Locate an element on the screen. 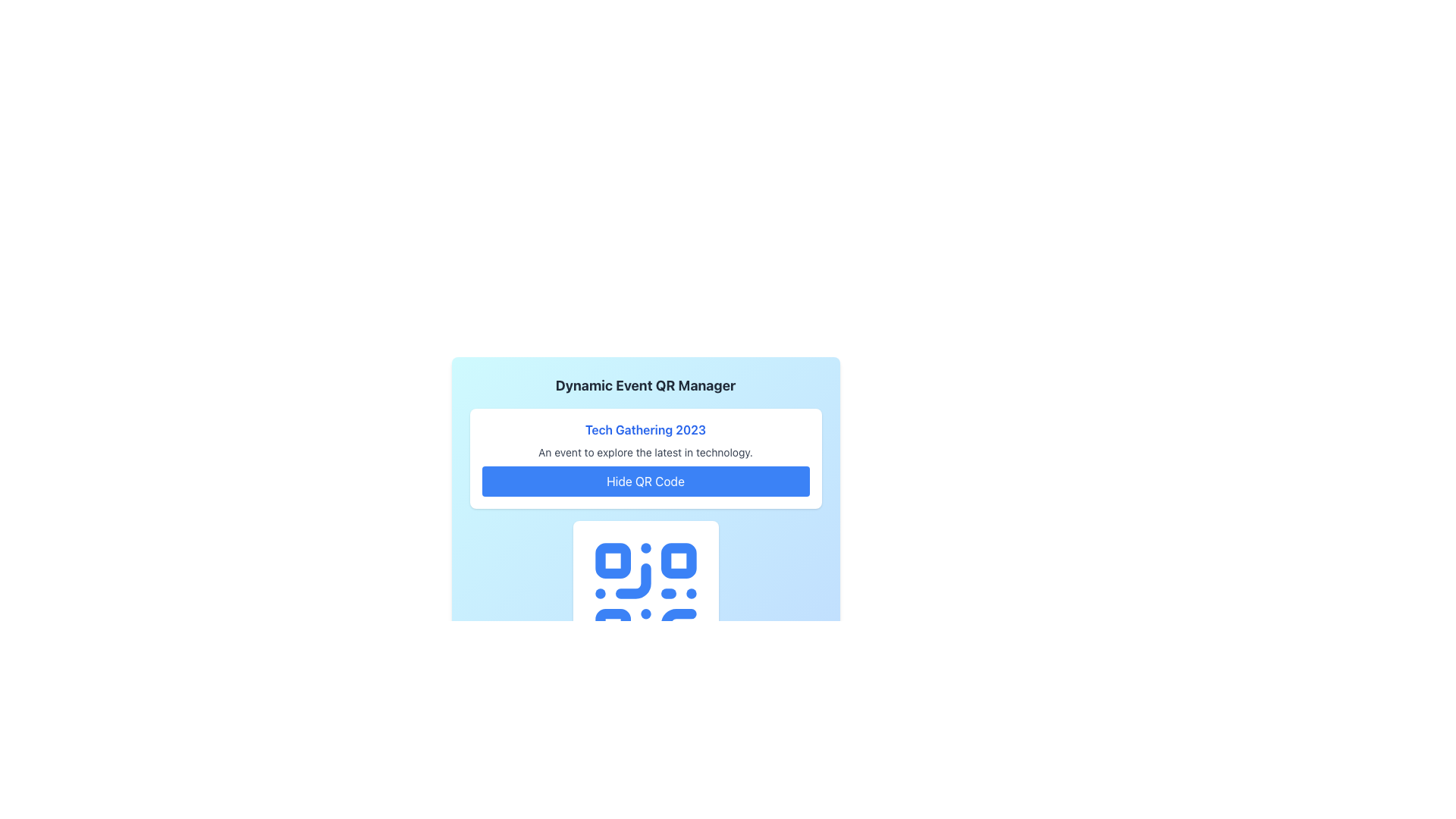 The width and height of the screenshot is (1456, 819). the static text element that provides descriptive information about the event, located below the 'Tech Gathering 2023' title and above the 'Hide QR Code' button is located at coordinates (645, 452).